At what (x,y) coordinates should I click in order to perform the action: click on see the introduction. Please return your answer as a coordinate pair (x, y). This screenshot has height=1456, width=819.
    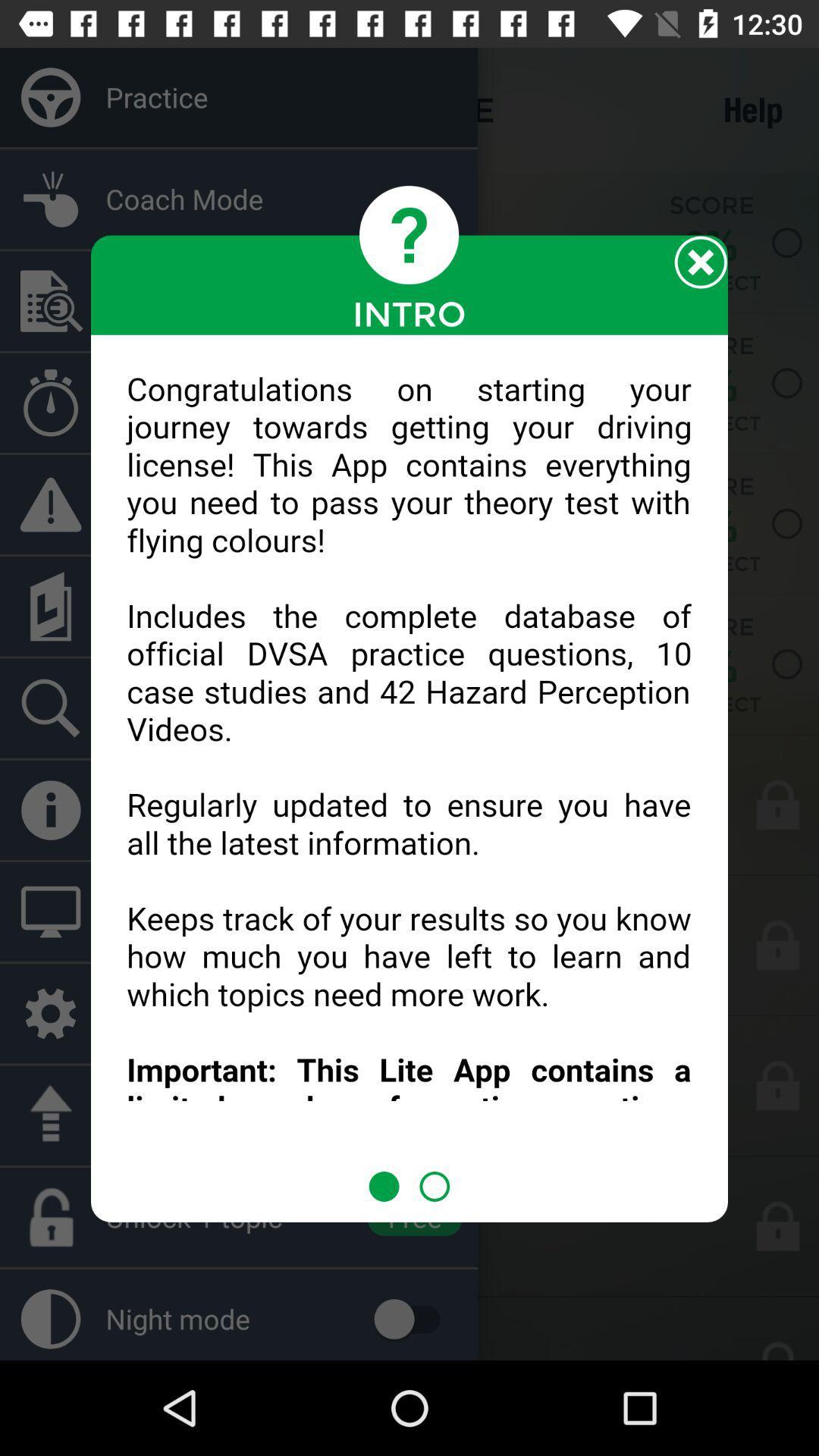
    Looking at the image, I should click on (409, 753).